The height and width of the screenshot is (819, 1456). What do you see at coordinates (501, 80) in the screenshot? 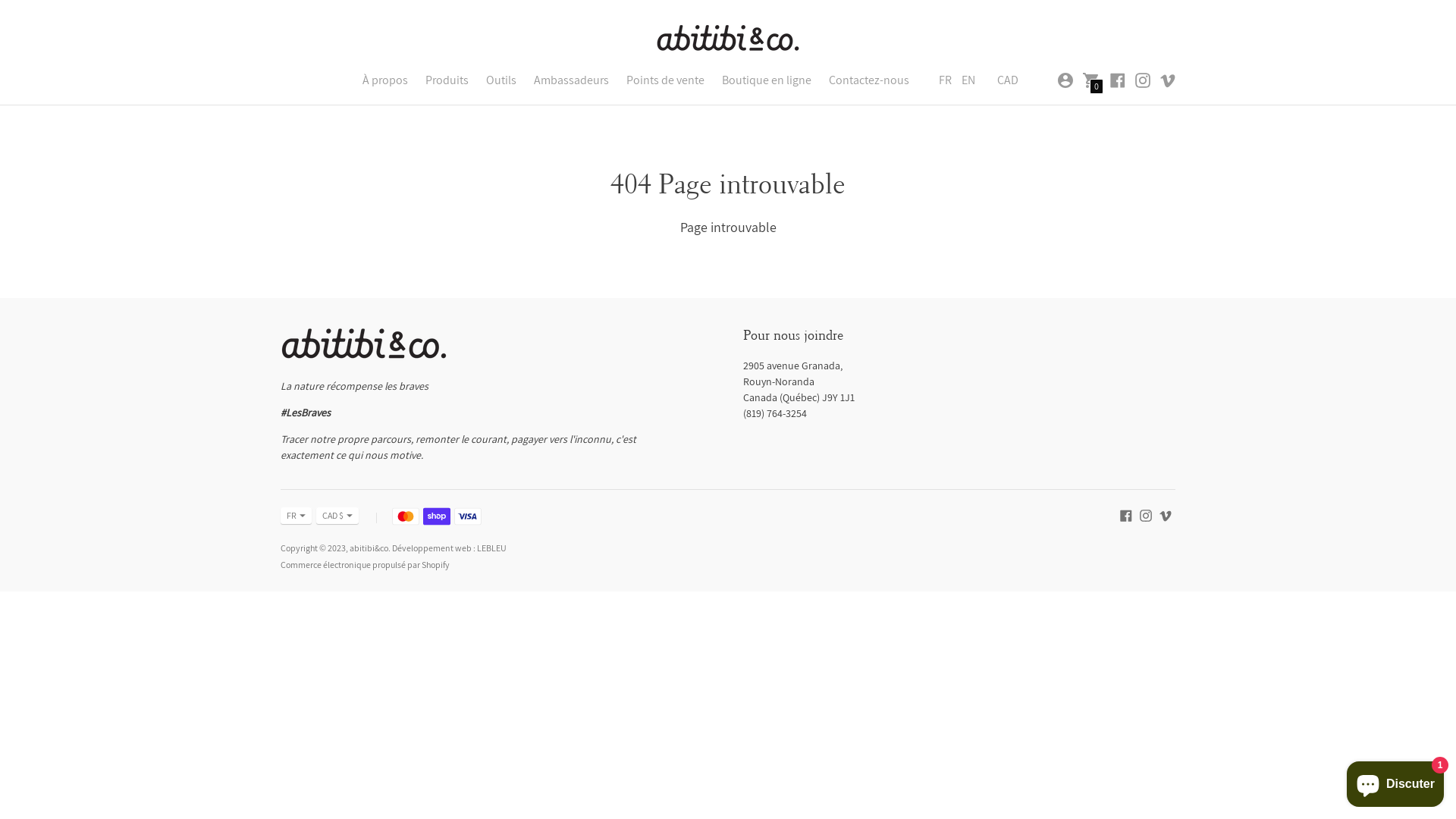
I see `'Outils'` at bounding box center [501, 80].